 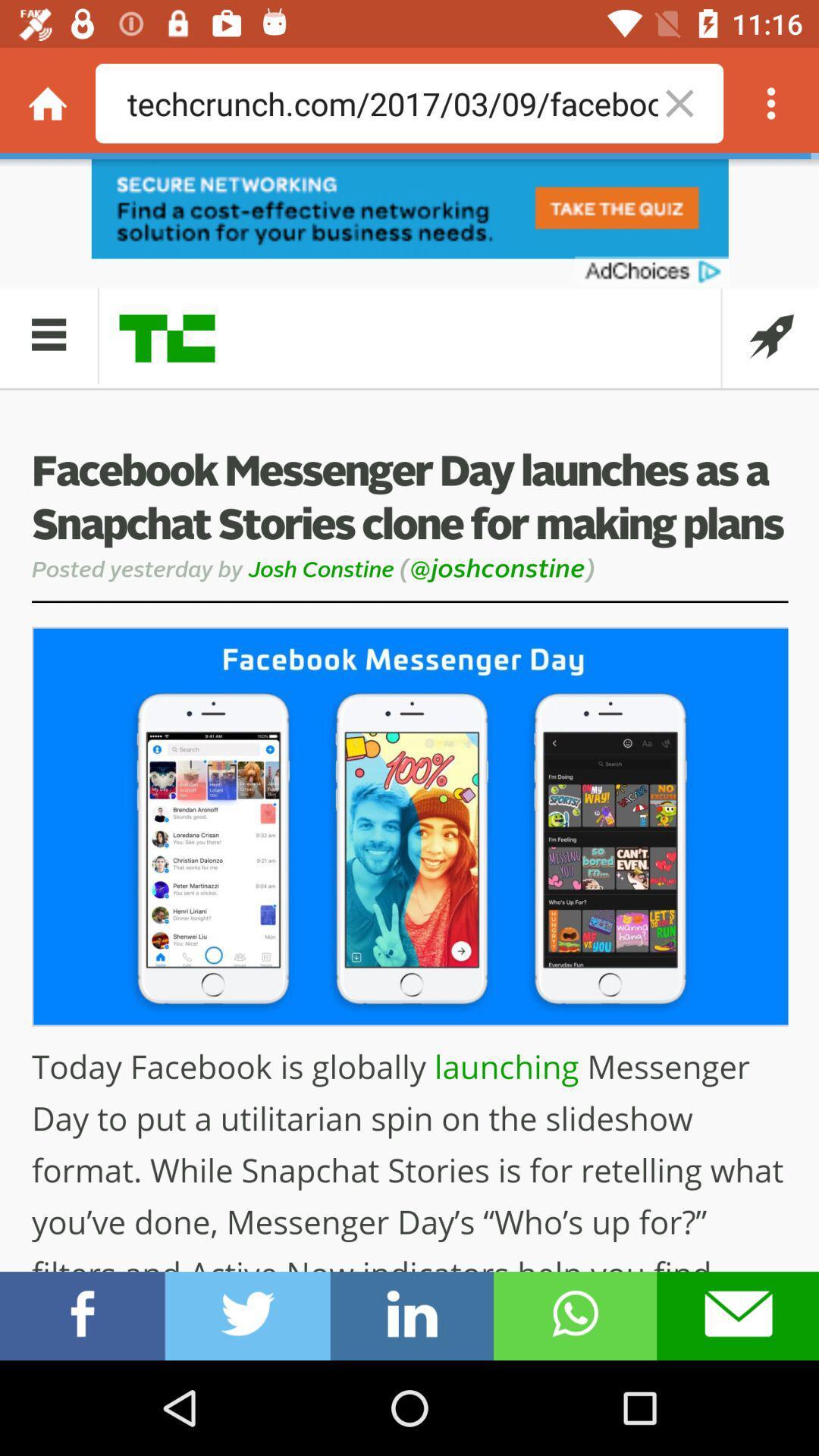 What do you see at coordinates (46, 102) in the screenshot?
I see `home page` at bounding box center [46, 102].